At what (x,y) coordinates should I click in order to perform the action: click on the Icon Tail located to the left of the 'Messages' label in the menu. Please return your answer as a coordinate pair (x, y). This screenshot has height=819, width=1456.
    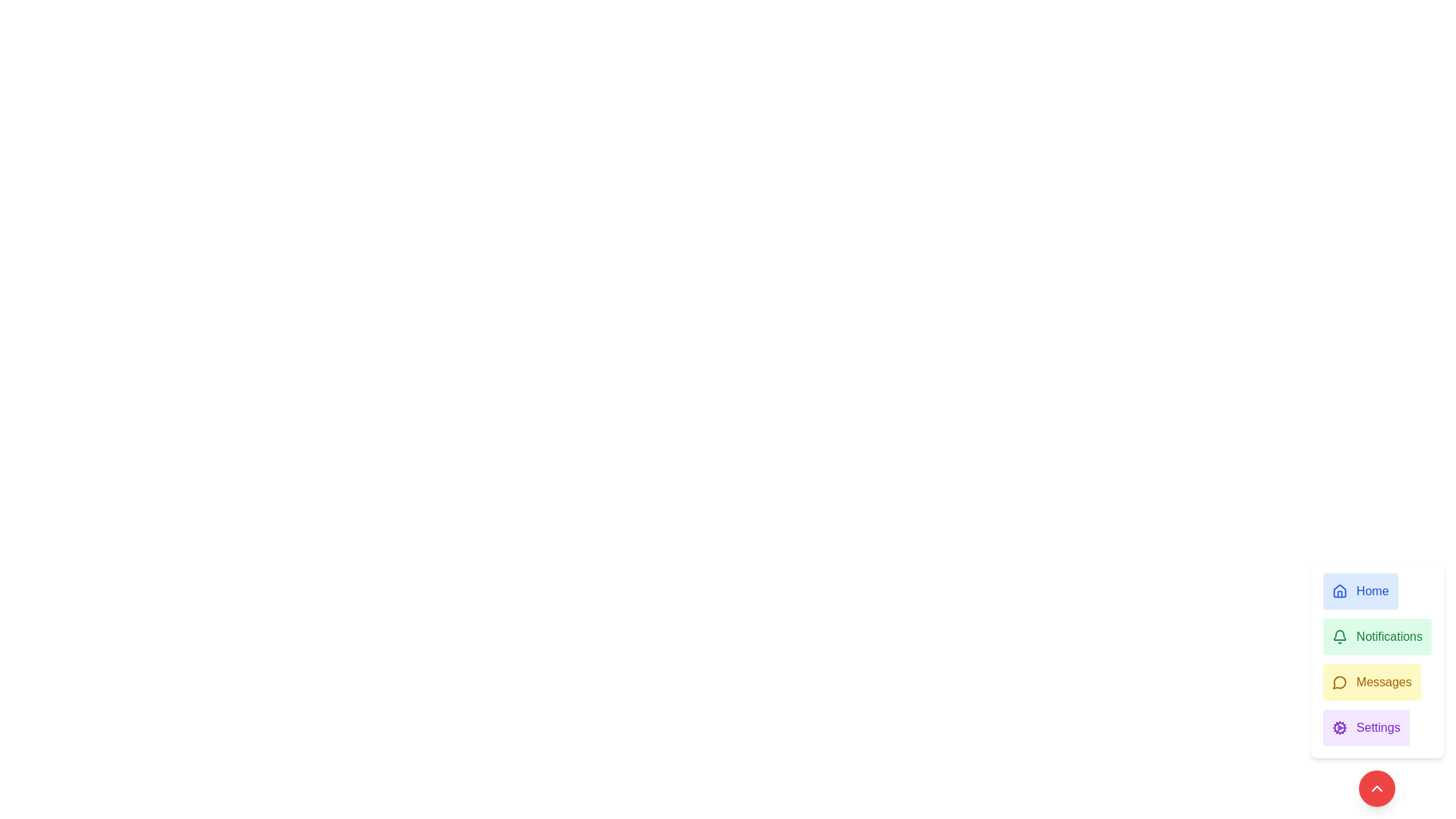
    Looking at the image, I should click on (1339, 682).